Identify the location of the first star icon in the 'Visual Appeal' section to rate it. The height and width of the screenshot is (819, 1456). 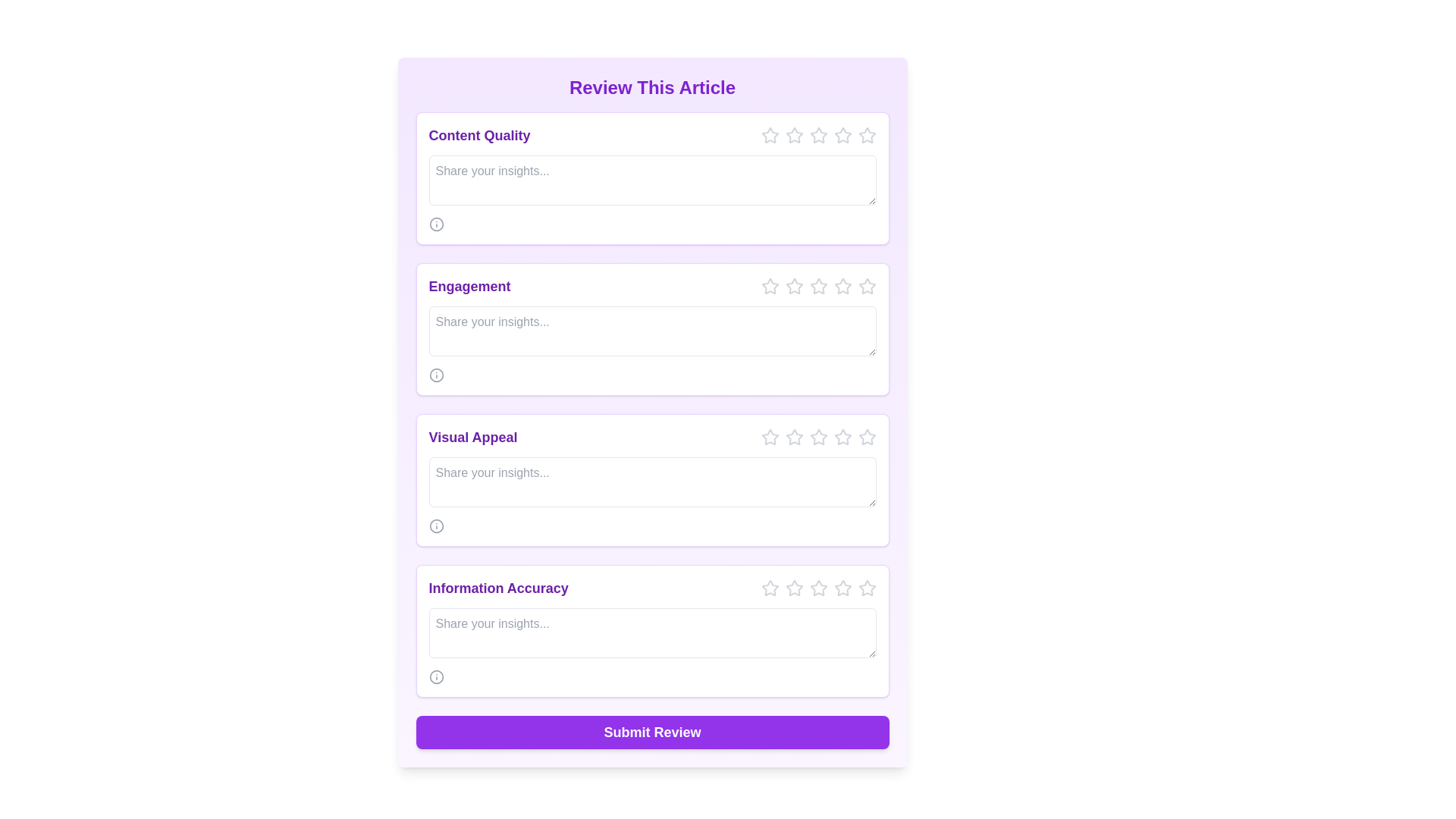
(770, 438).